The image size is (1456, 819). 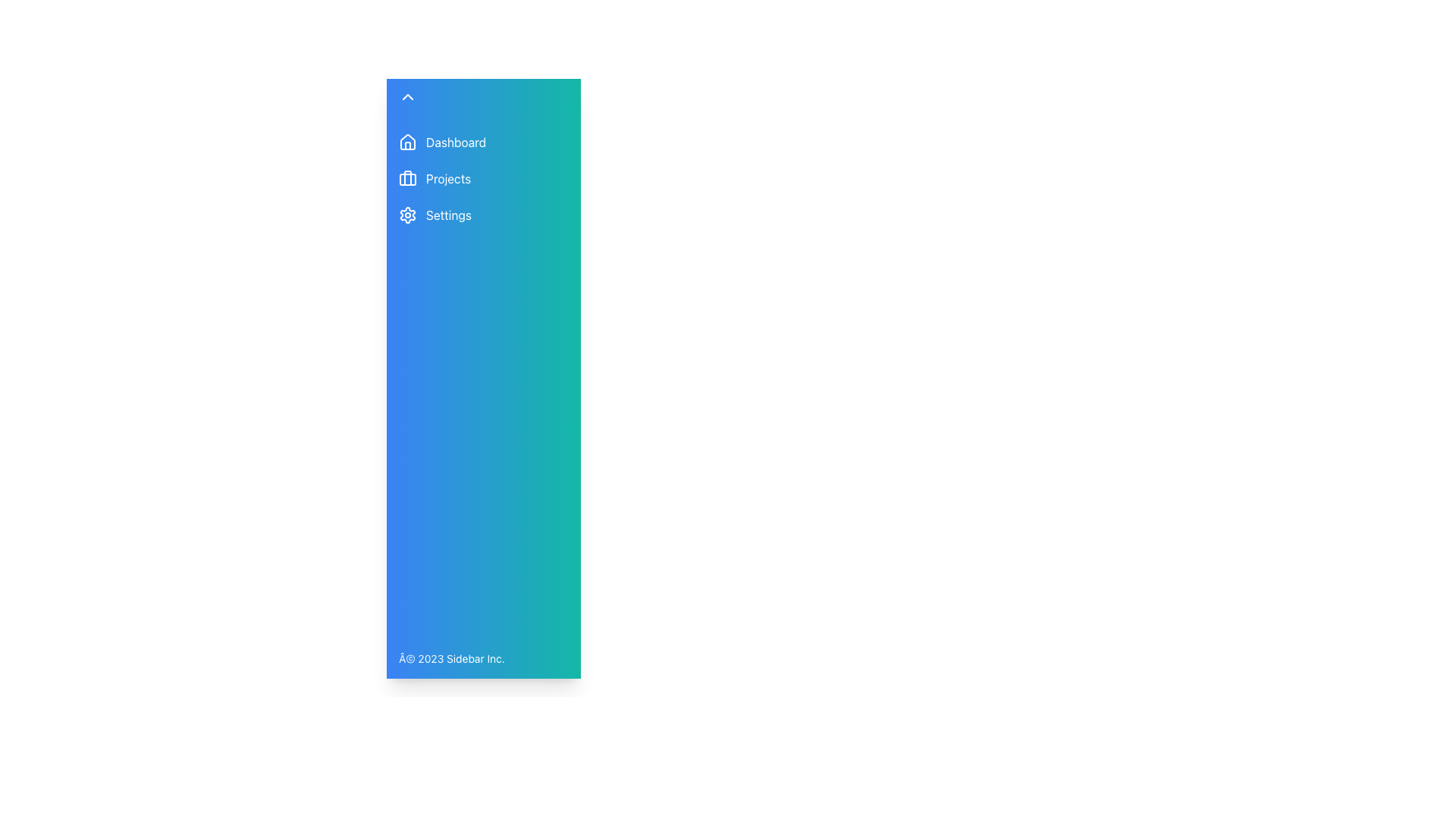 I want to click on the gear-shaped settings icon located to the left of the text 'Settings' in the vertical navigation menu, so click(x=407, y=215).